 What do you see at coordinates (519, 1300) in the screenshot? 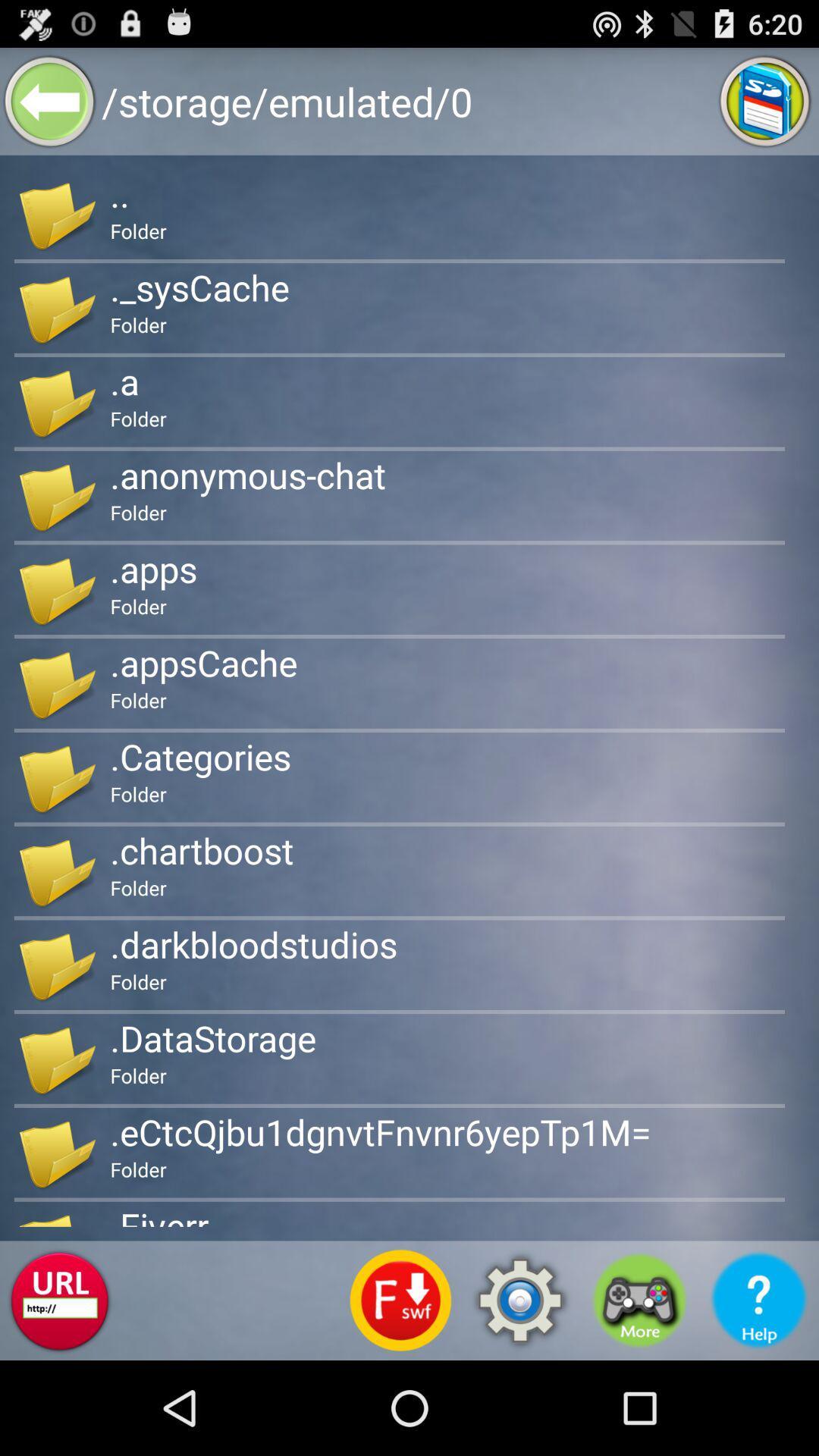
I see `the settings page` at bounding box center [519, 1300].